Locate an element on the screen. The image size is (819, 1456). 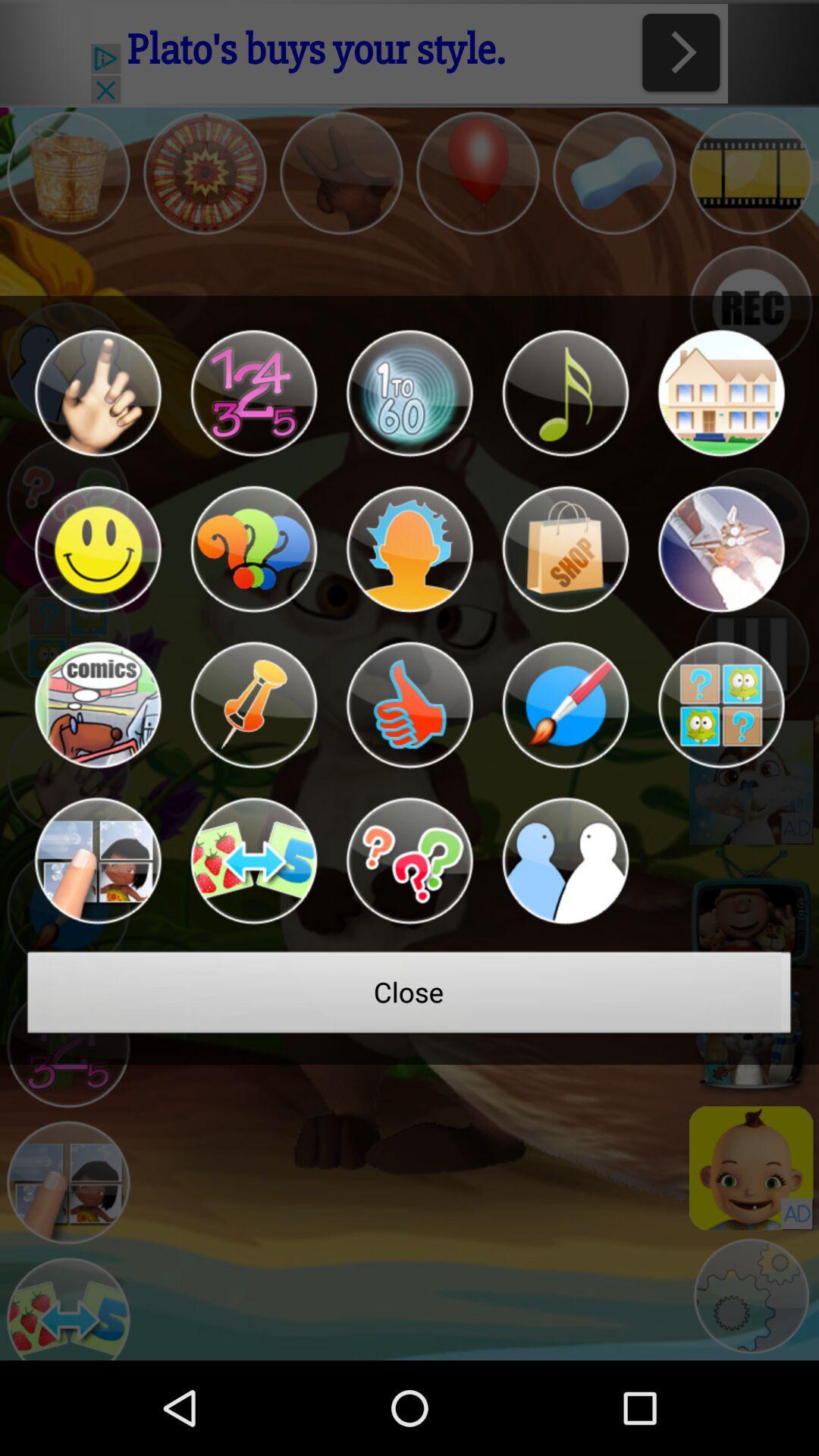
thumbs up is located at coordinates (409, 704).